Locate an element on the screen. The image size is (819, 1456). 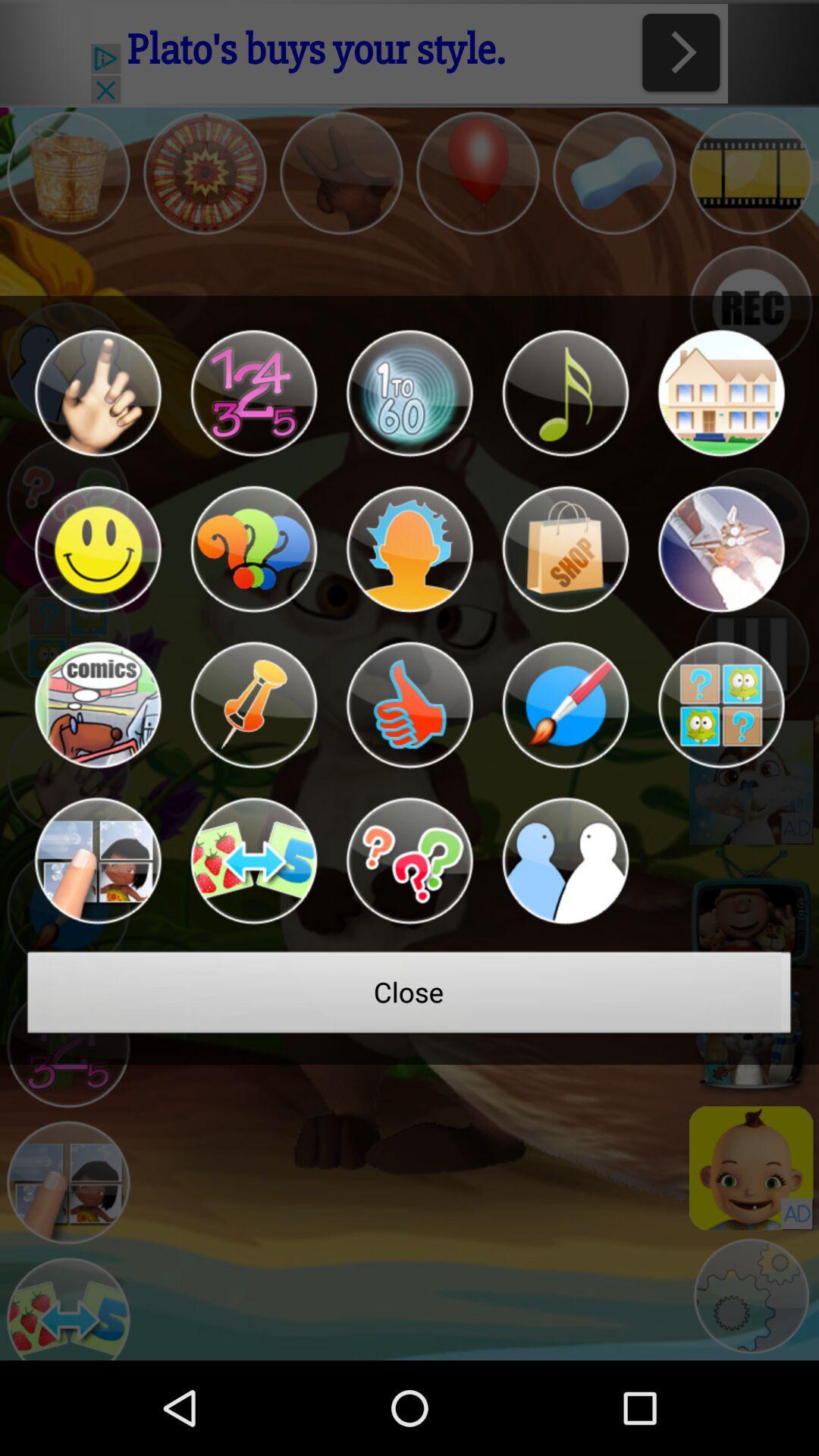
thumbs up is located at coordinates (409, 704).